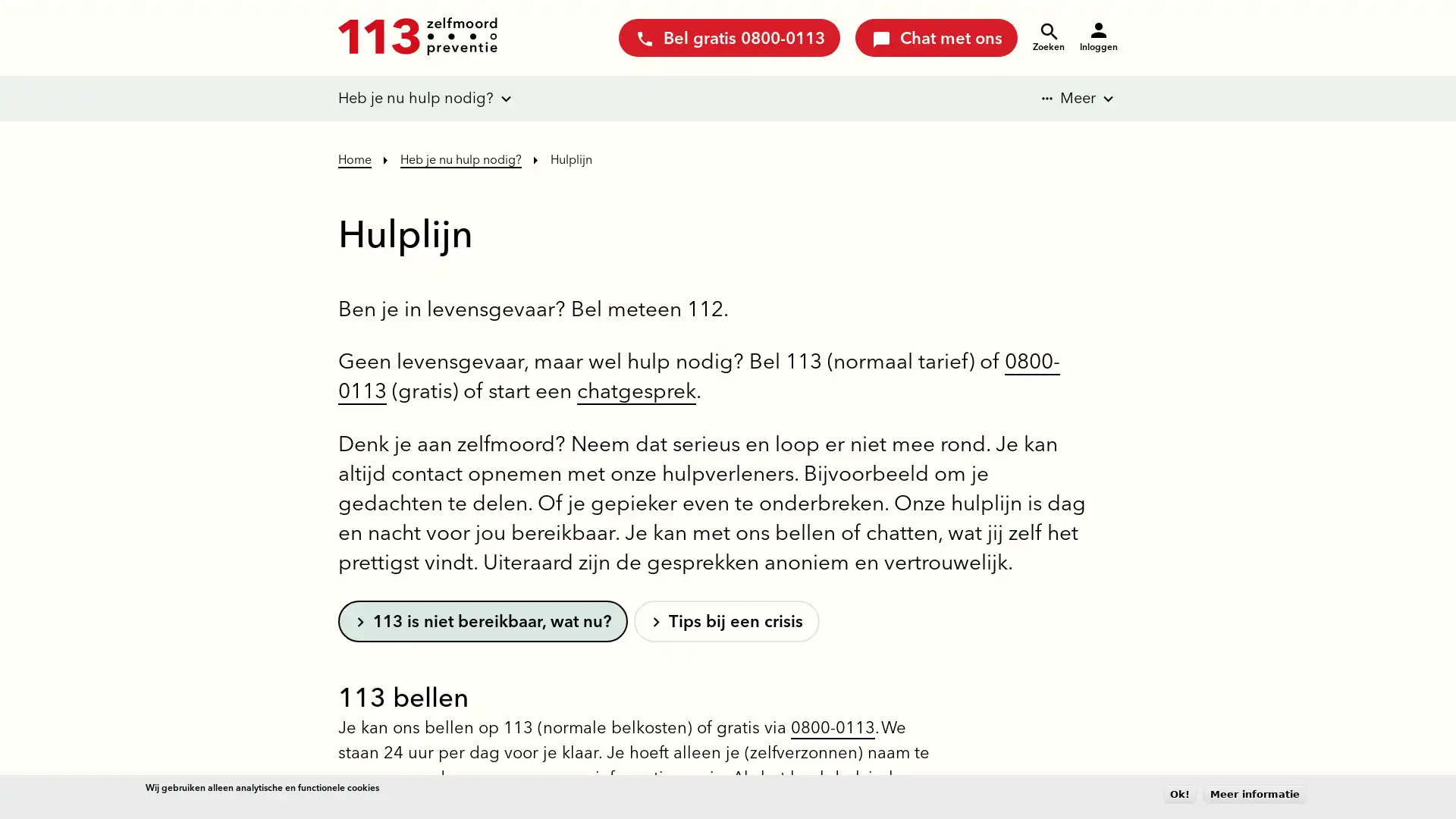 This screenshot has width=1456, height=819. I want to click on Meer, so click(1066, 99).